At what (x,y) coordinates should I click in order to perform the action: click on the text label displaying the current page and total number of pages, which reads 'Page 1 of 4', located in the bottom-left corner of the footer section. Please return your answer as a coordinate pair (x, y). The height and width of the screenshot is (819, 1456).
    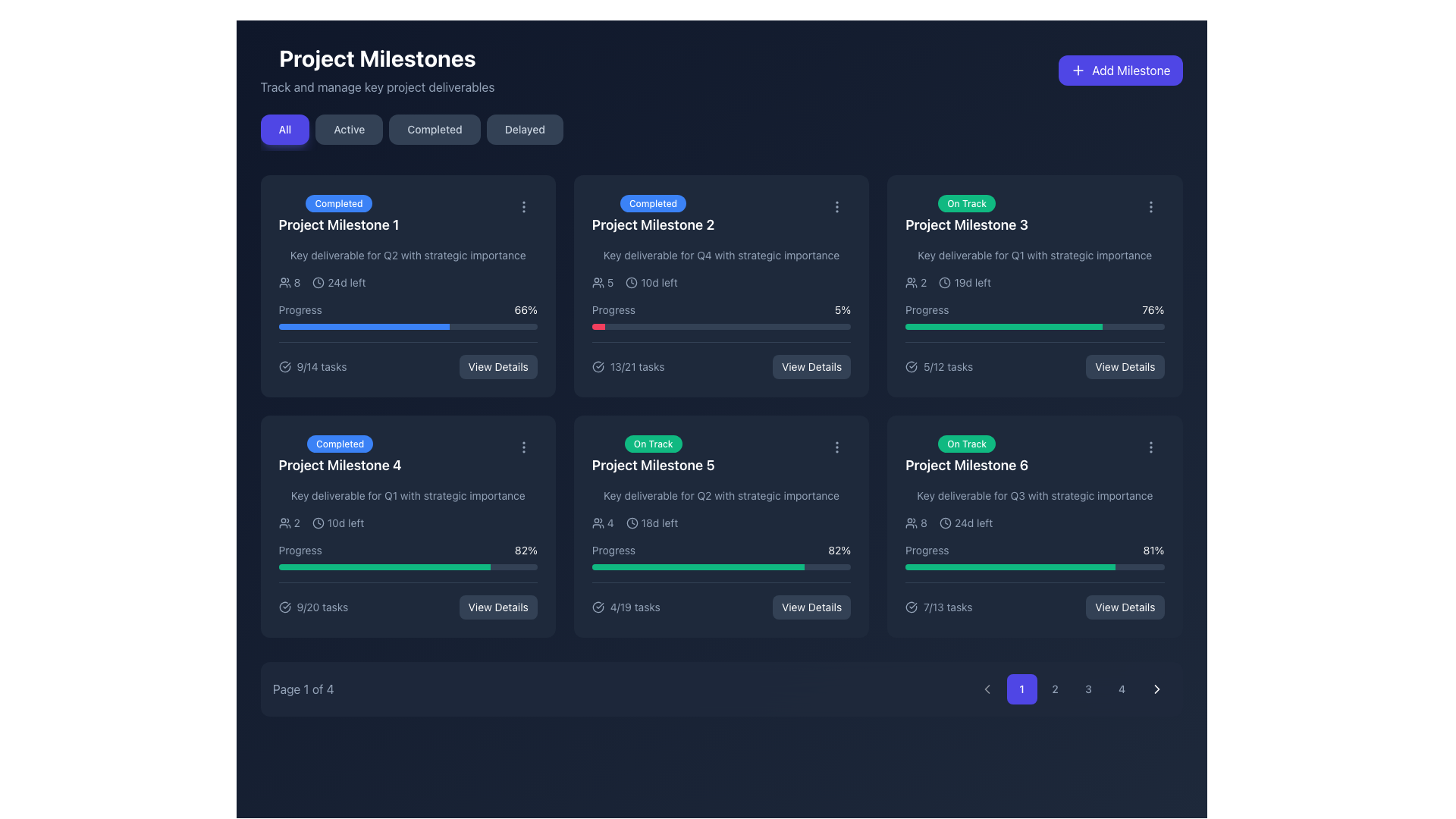
    Looking at the image, I should click on (303, 689).